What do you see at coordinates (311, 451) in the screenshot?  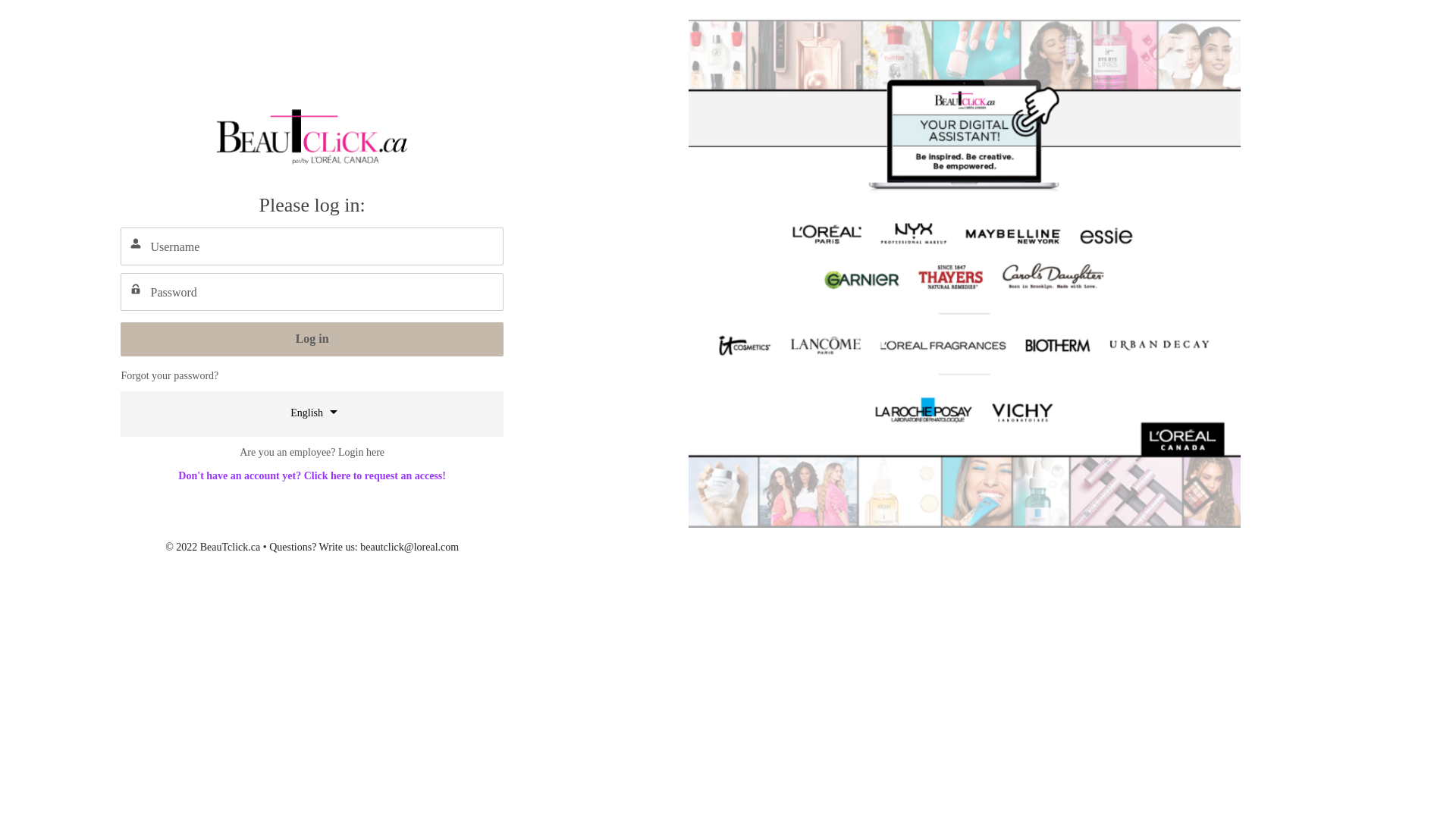 I see `'Are you an employee? Login here'` at bounding box center [311, 451].